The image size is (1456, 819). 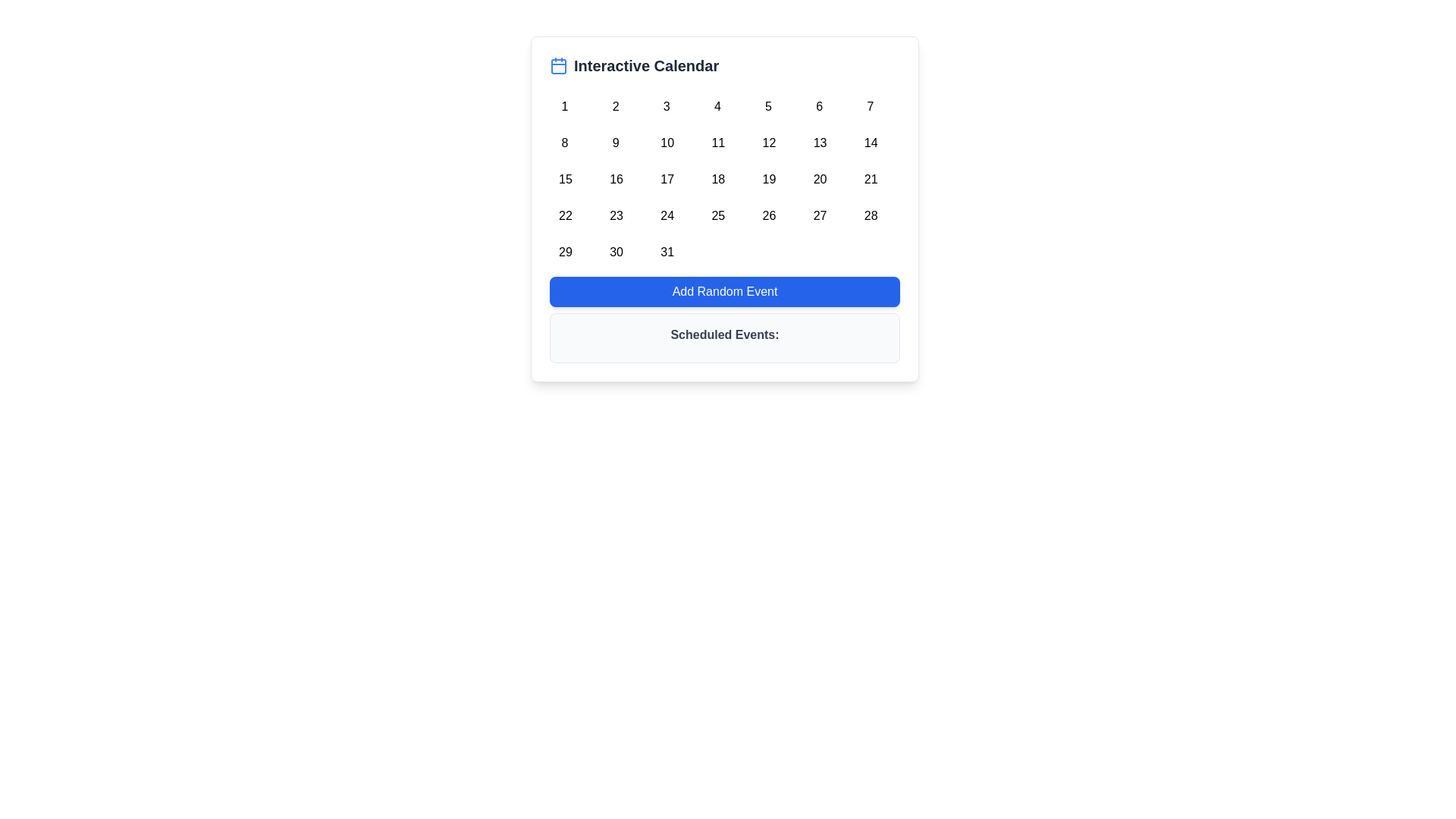 I want to click on the interactive button representing the 11th day in the calendar, located in the second row and fourth column of the grid layout, so click(x=717, y=140).